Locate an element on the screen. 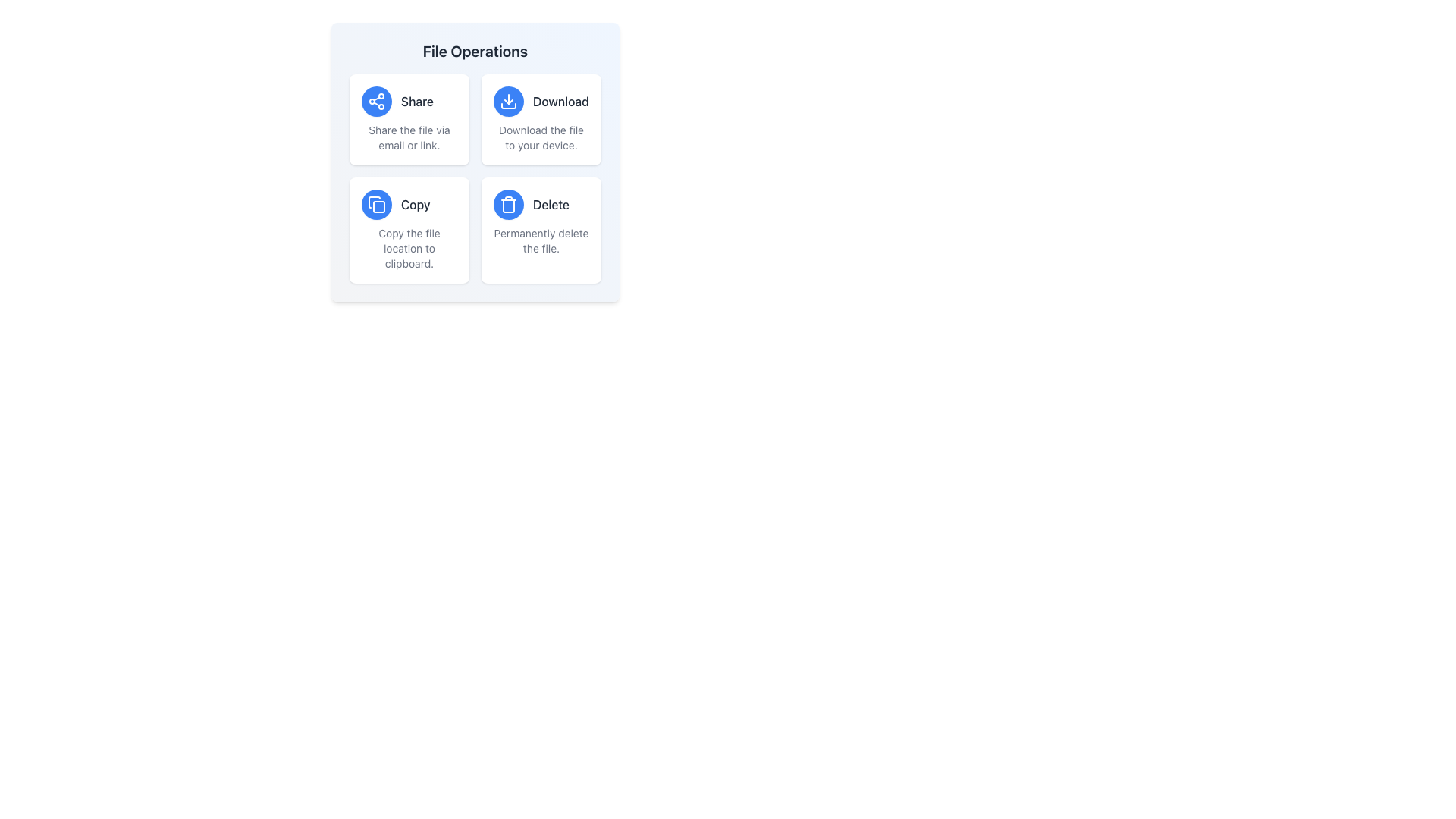  the small blue square with rounded corners that is part of the copy icon in the bottom-left quadrant of the 'File Operations' section is located at coordinates (378, 207).